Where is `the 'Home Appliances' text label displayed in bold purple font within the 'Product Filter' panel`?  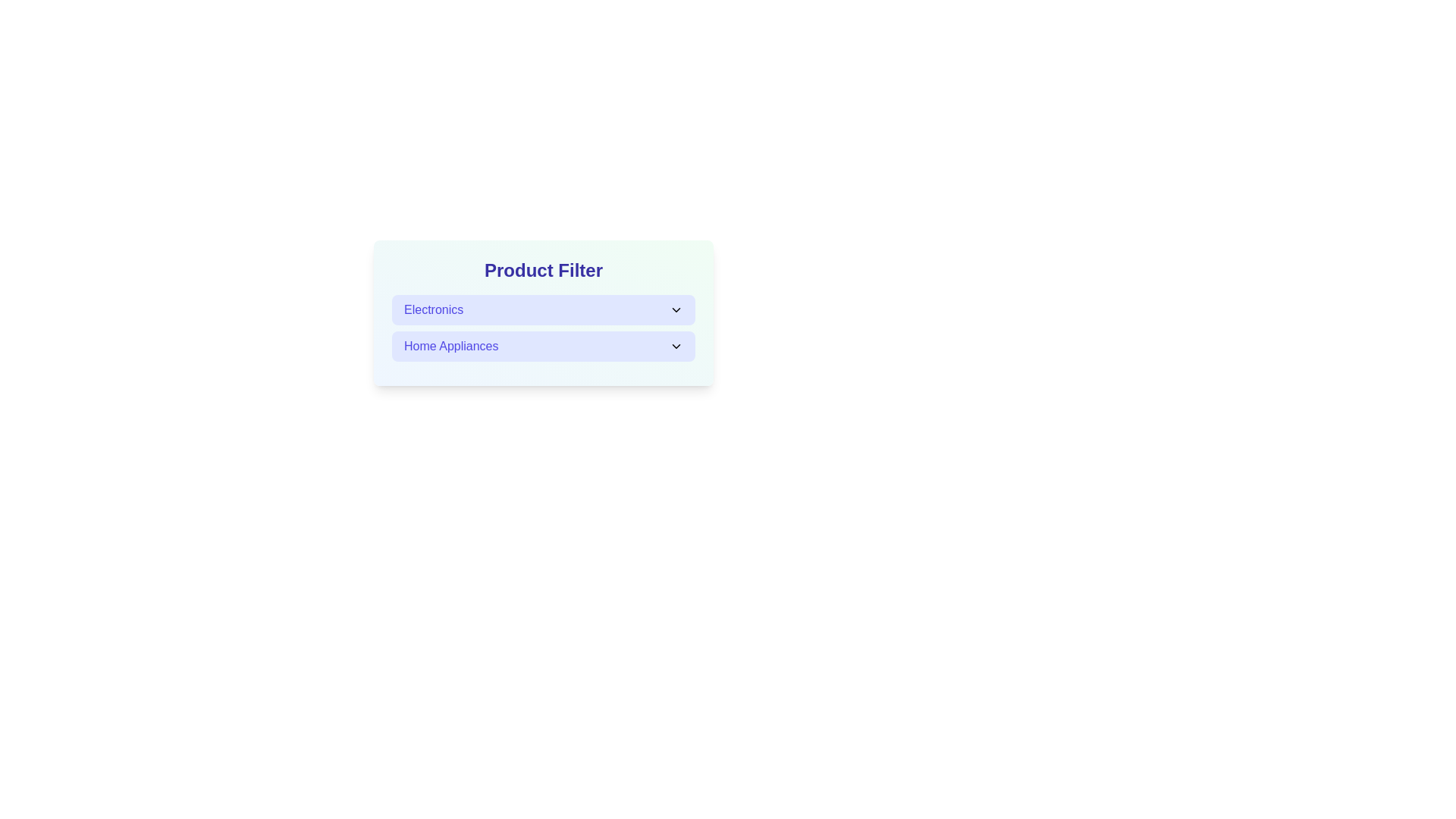 the 'Home Appliances' text label displayed in bold purple font within the 'Product Filter' panel is located at coordinates (450, 346).